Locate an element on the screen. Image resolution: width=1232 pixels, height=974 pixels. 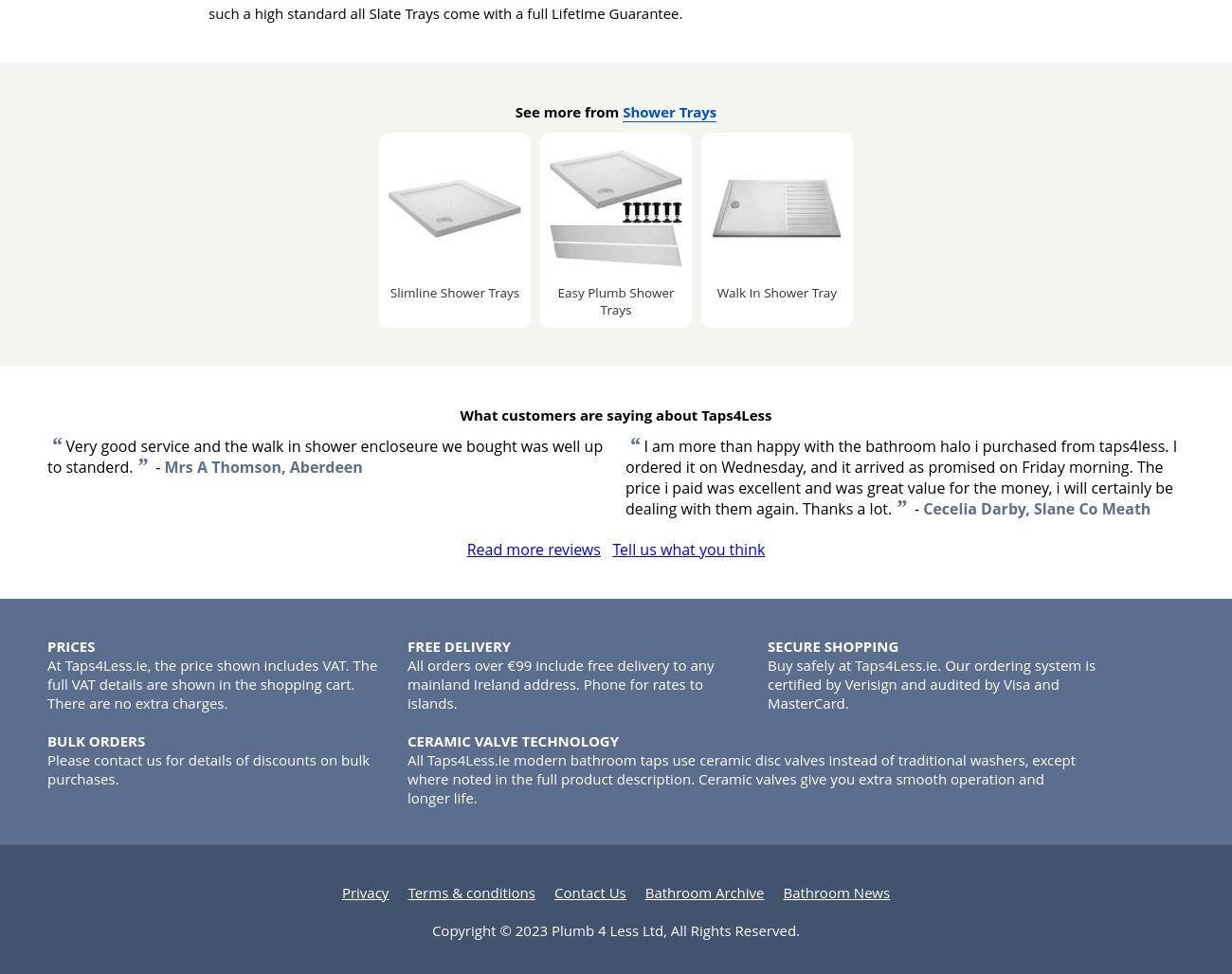
'At Taps4Less.ie, the price shown includes VAT. The full VAT details are shown in the shopping cart. There are no extra charges.' is located at coordinates (46, 682).